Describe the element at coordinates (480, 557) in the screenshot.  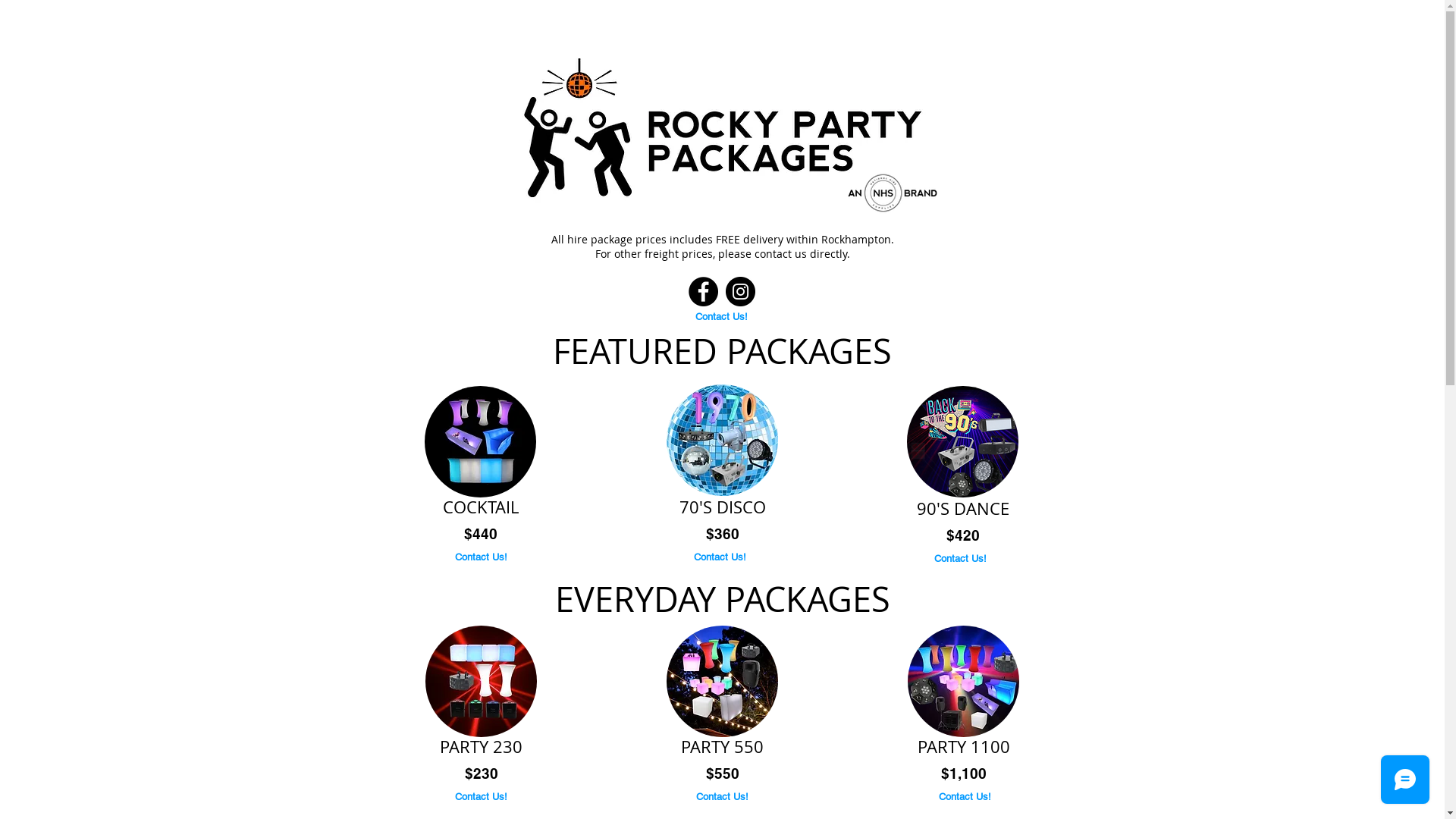
I see `'Contact Us!'` at that location.